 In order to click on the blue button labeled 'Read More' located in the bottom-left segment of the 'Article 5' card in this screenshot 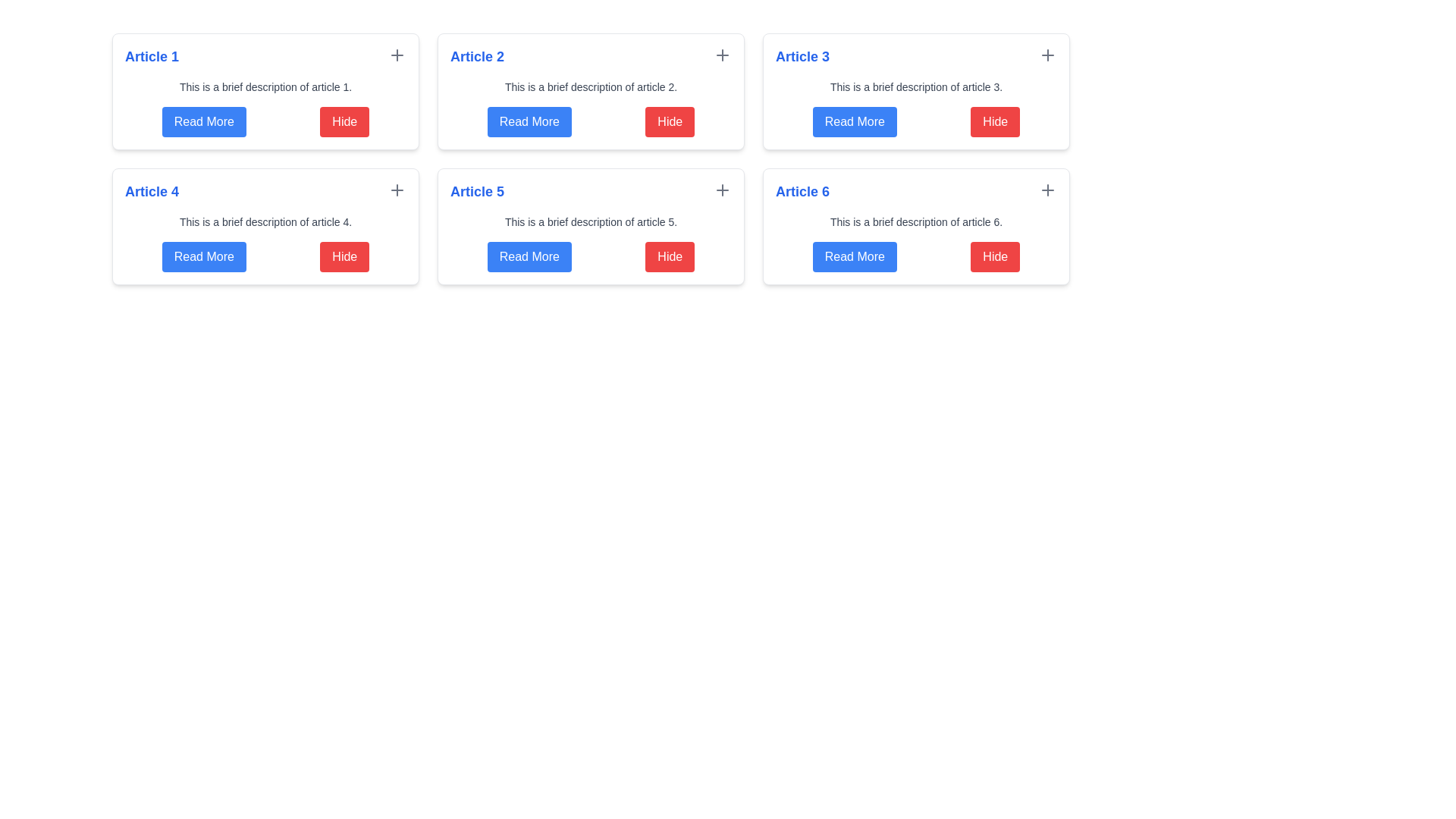, I will do `click(529, 256)`.